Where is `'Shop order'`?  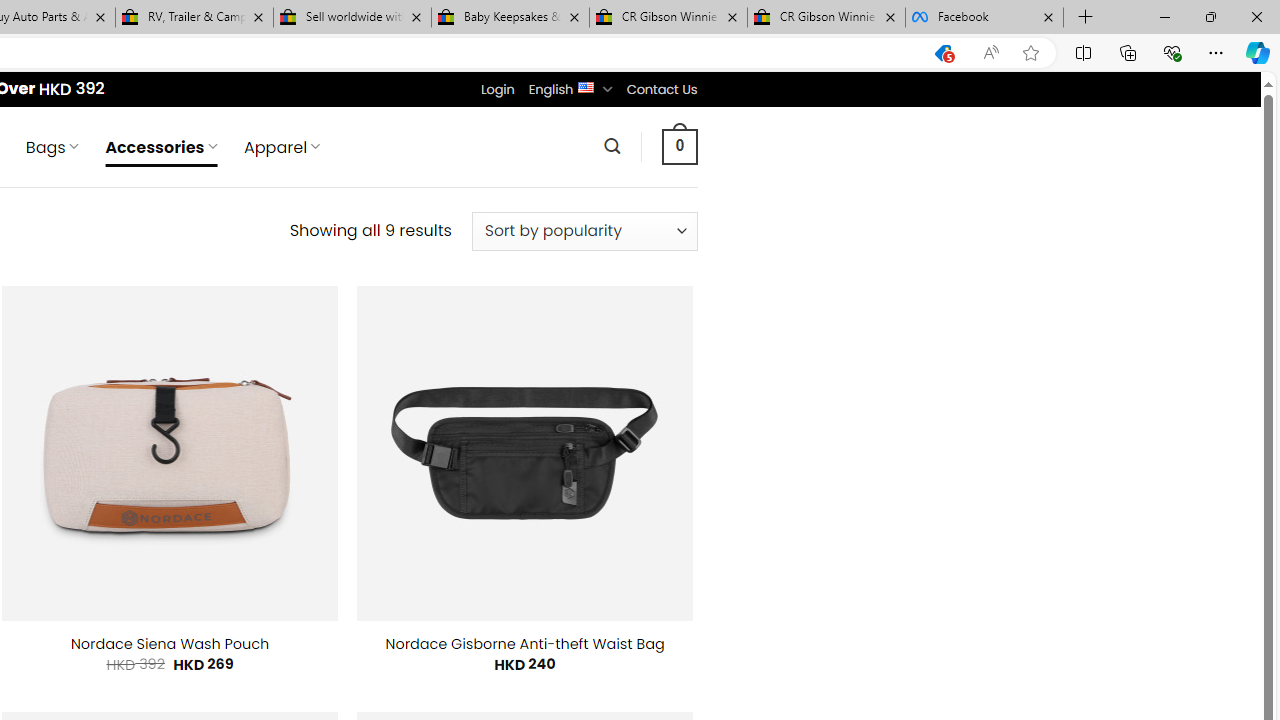
'Shop order' is located at coordinates (583, 230).